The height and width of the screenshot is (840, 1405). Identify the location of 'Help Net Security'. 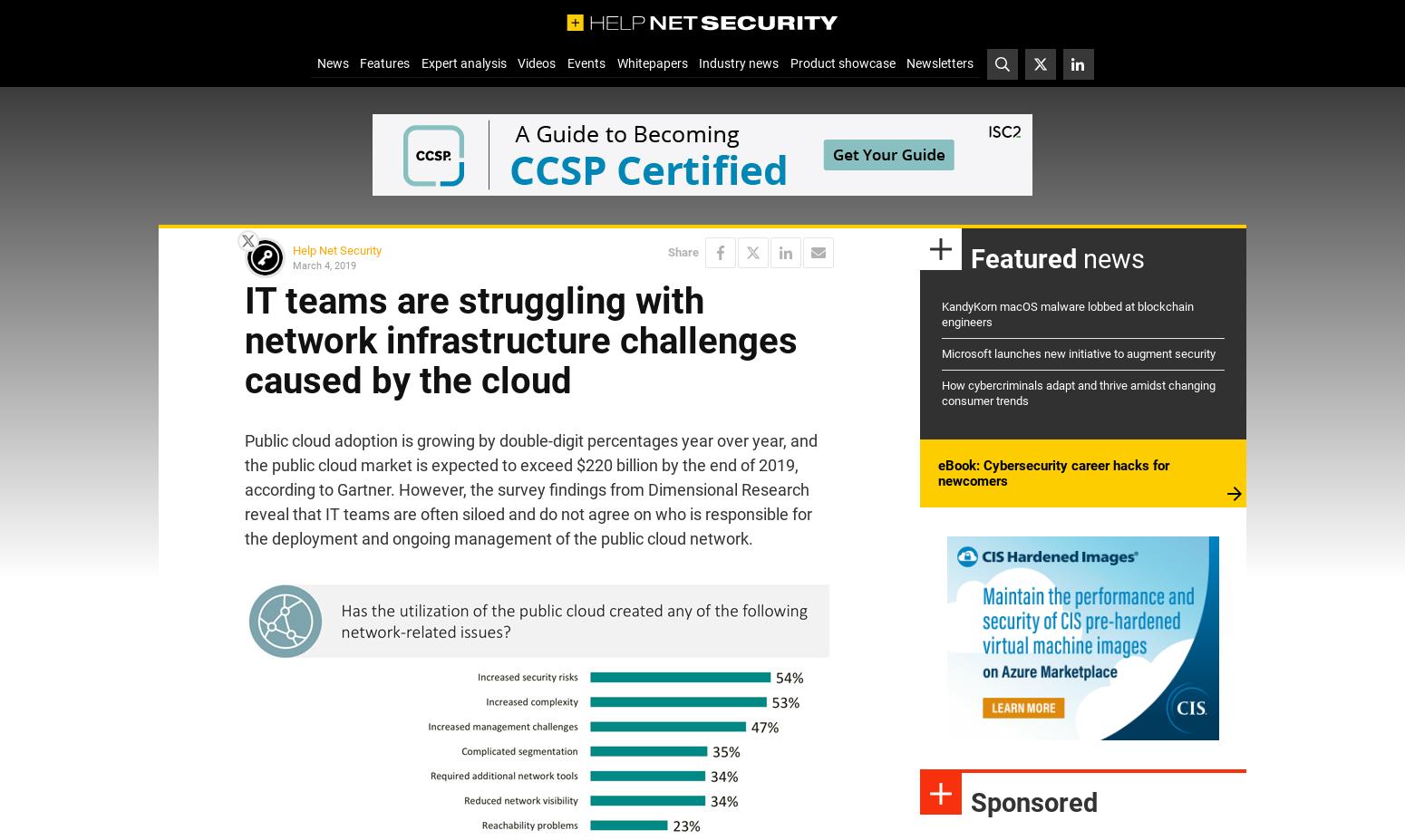
(292, 250).